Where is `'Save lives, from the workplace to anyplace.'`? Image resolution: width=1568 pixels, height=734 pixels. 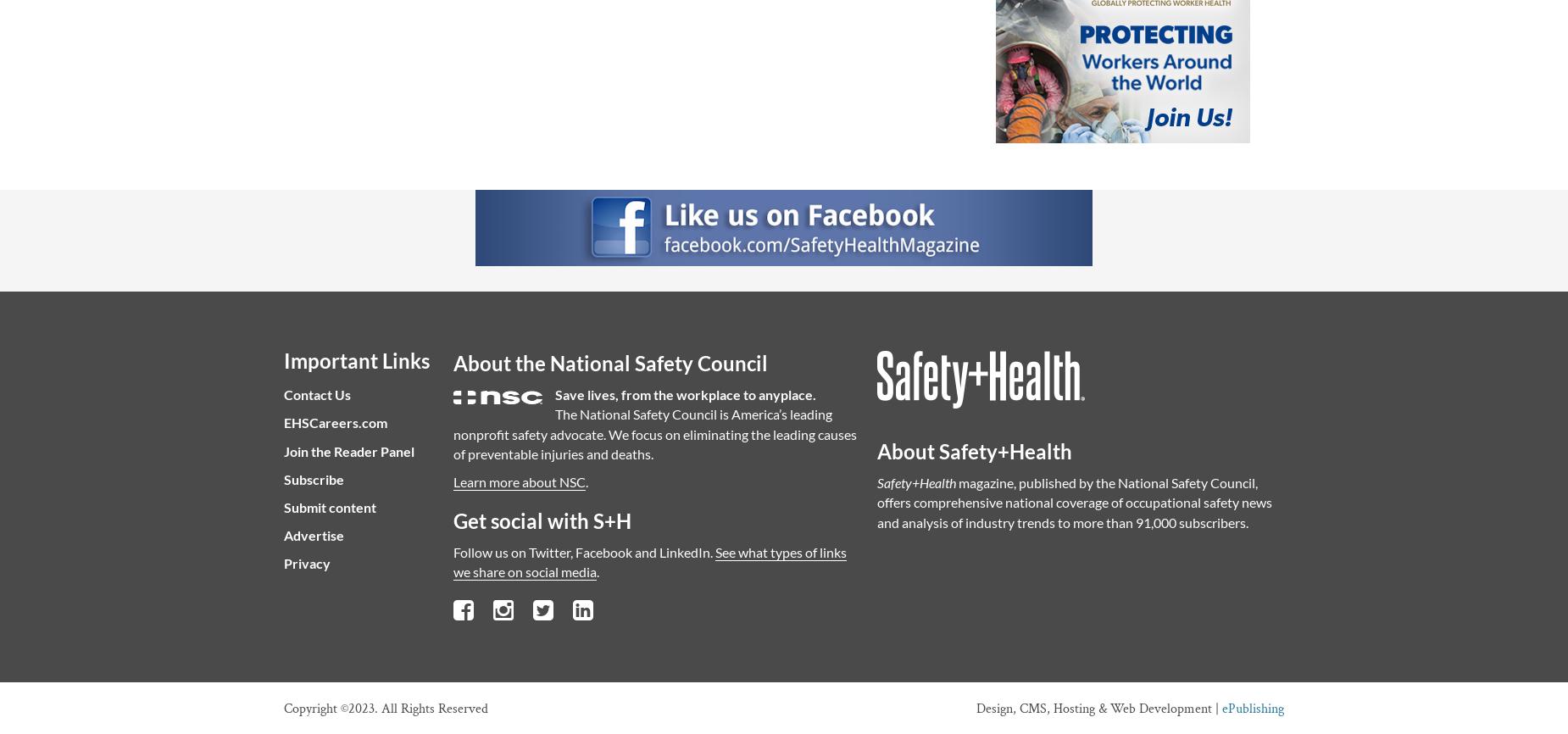 'Save lives, from the workplace to anyplace.' is located at coordinates (686, 394).